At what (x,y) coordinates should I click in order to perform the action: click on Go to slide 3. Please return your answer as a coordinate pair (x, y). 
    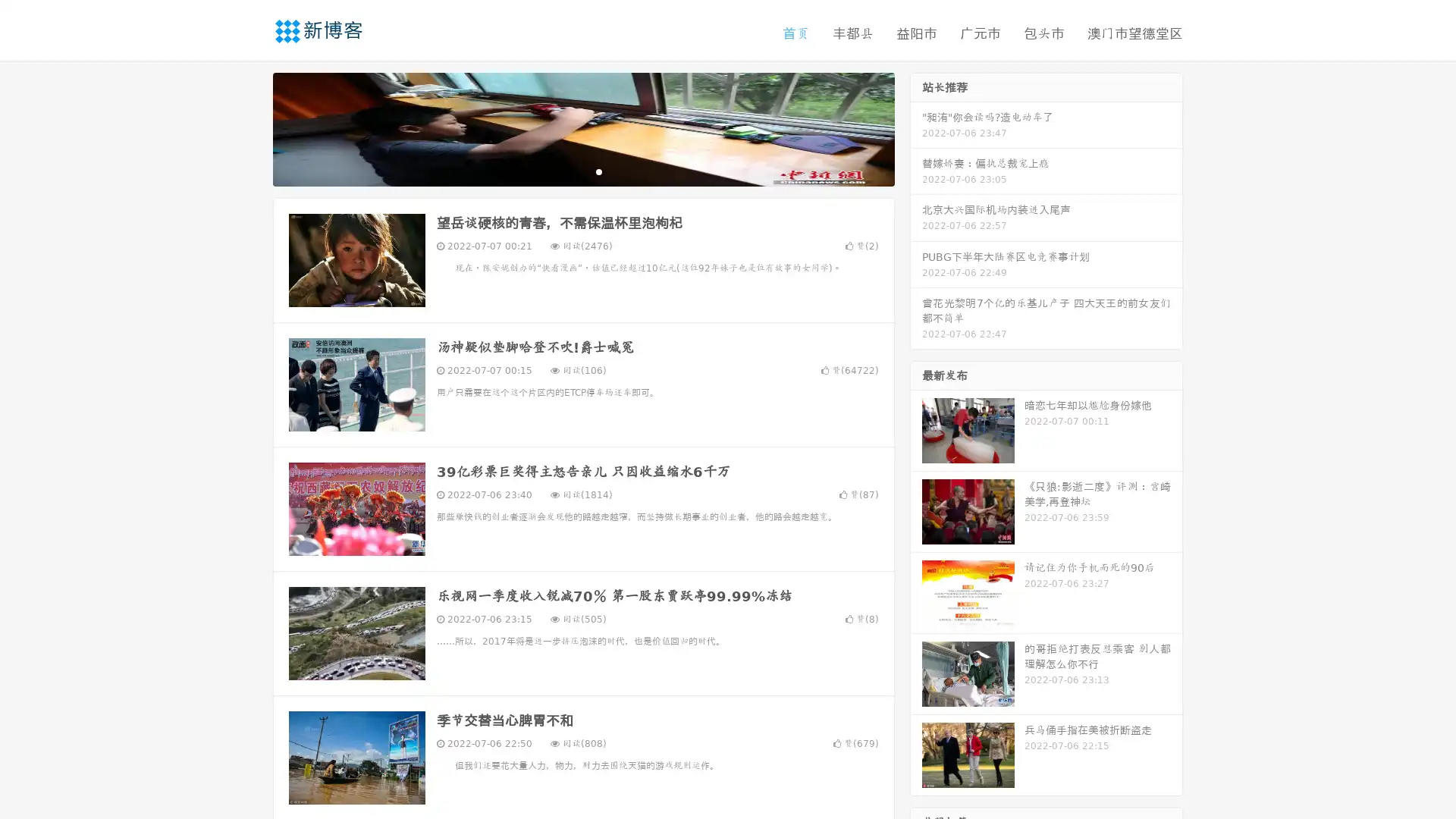
    Looking at the image, I should click on (598, 171).